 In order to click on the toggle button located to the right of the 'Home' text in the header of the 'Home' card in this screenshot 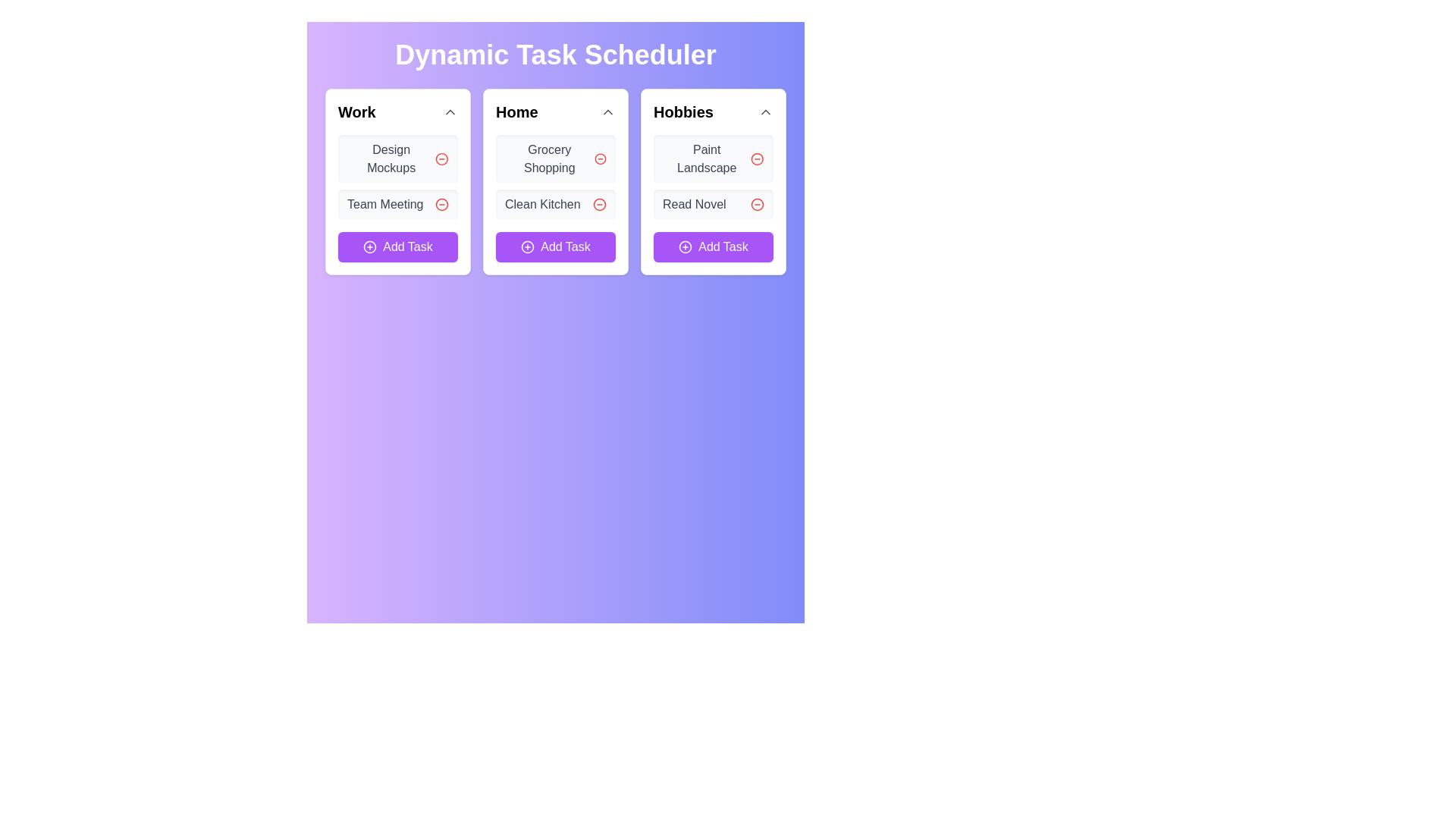, I will do `click(607, 111)`.